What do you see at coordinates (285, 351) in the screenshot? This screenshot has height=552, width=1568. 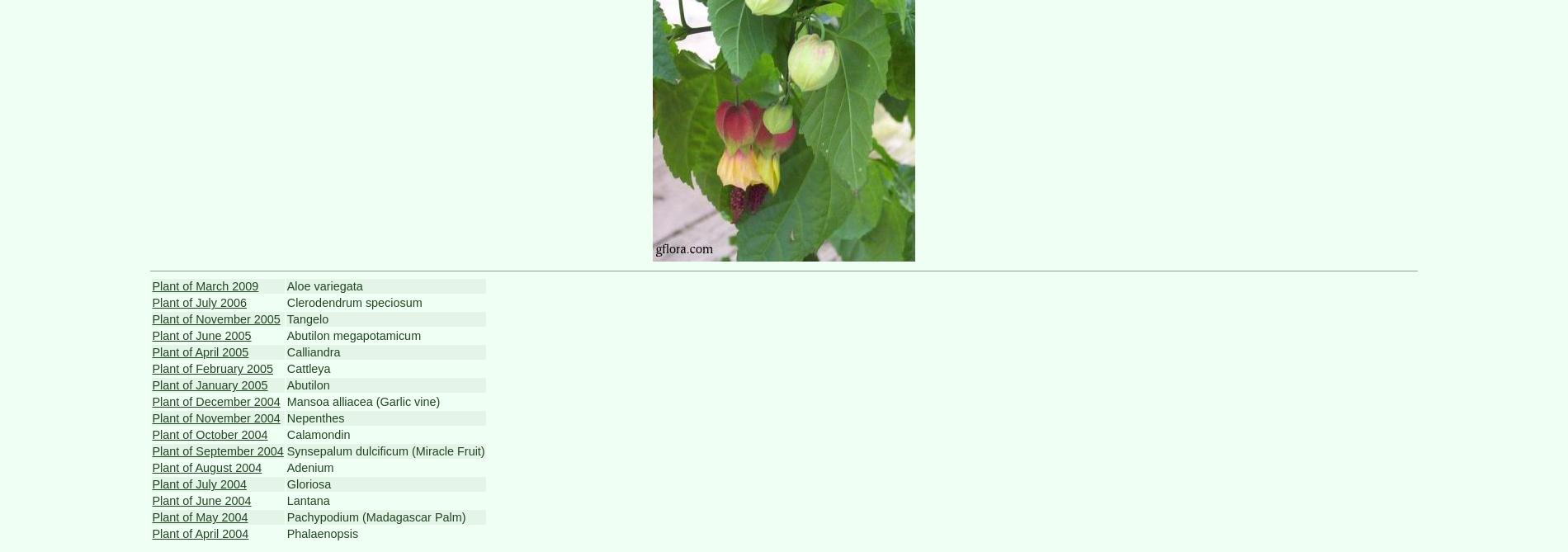 I see `'Calliandra'` at bounding box center [285, 351].